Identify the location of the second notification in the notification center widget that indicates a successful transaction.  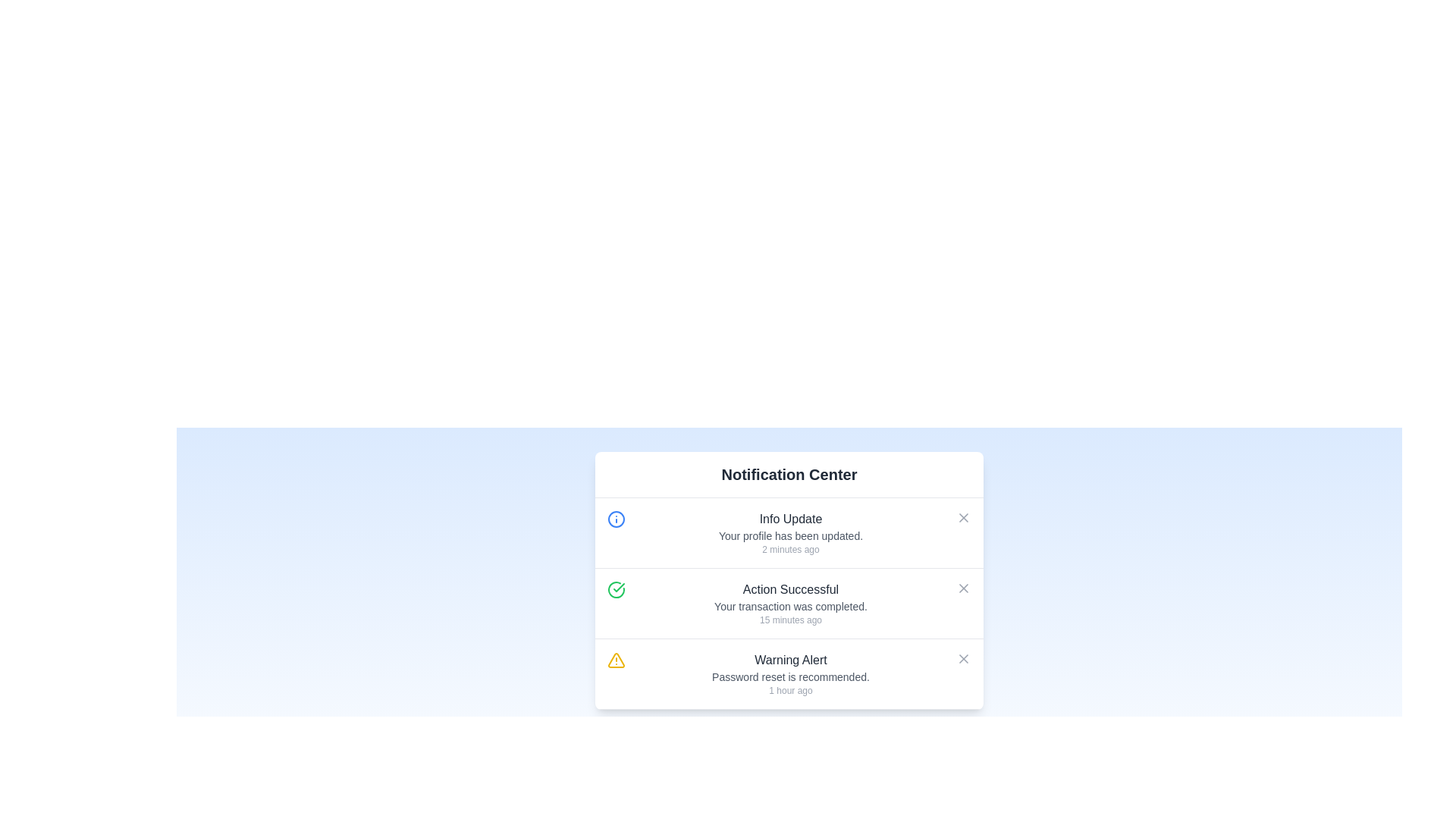
(789, 602).